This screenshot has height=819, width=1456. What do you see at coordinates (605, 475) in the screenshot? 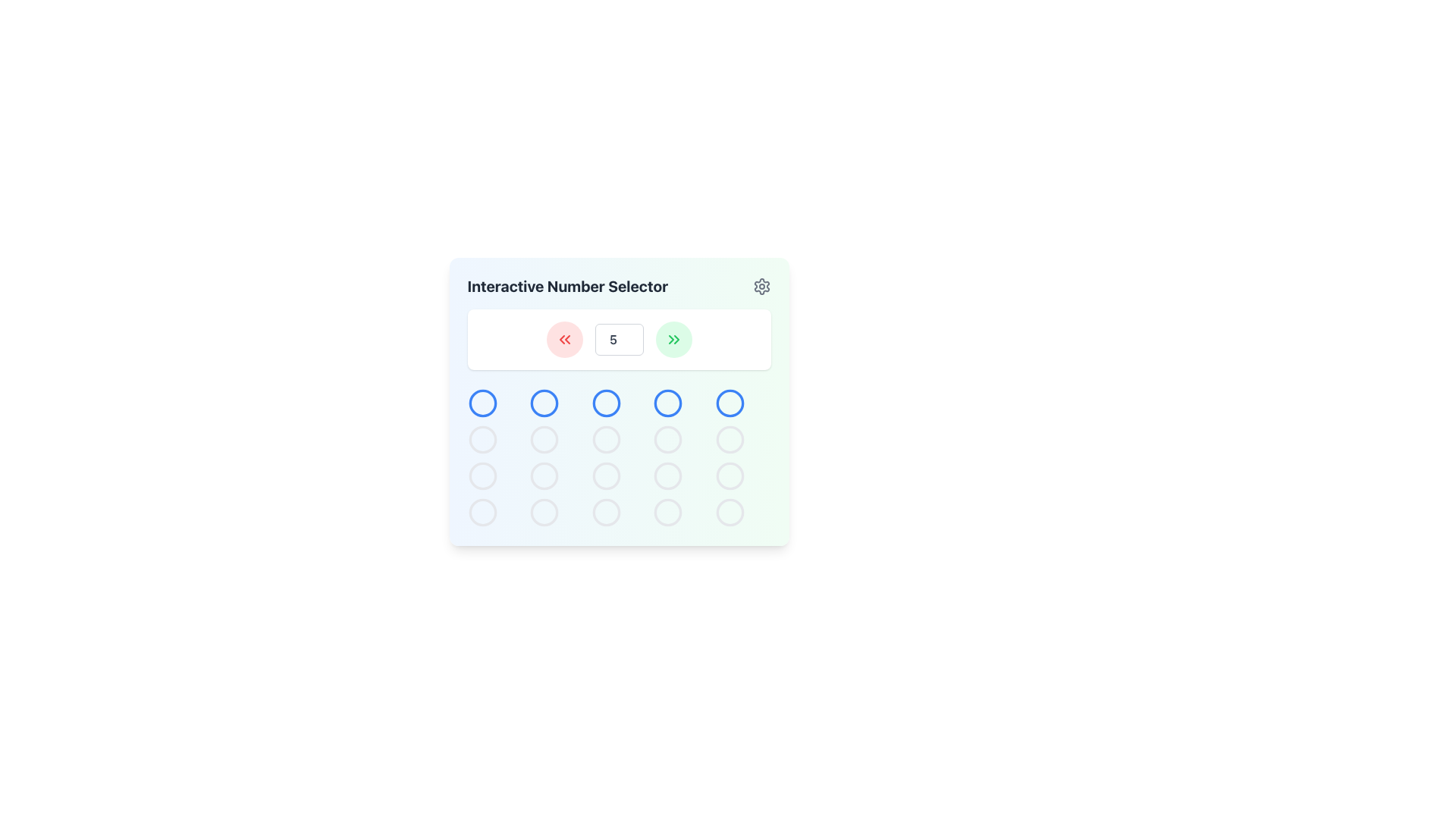
I see `the central SVG circle element in the bottom row, third column of the interactive number selector interface` at bounding box center [605, 475].